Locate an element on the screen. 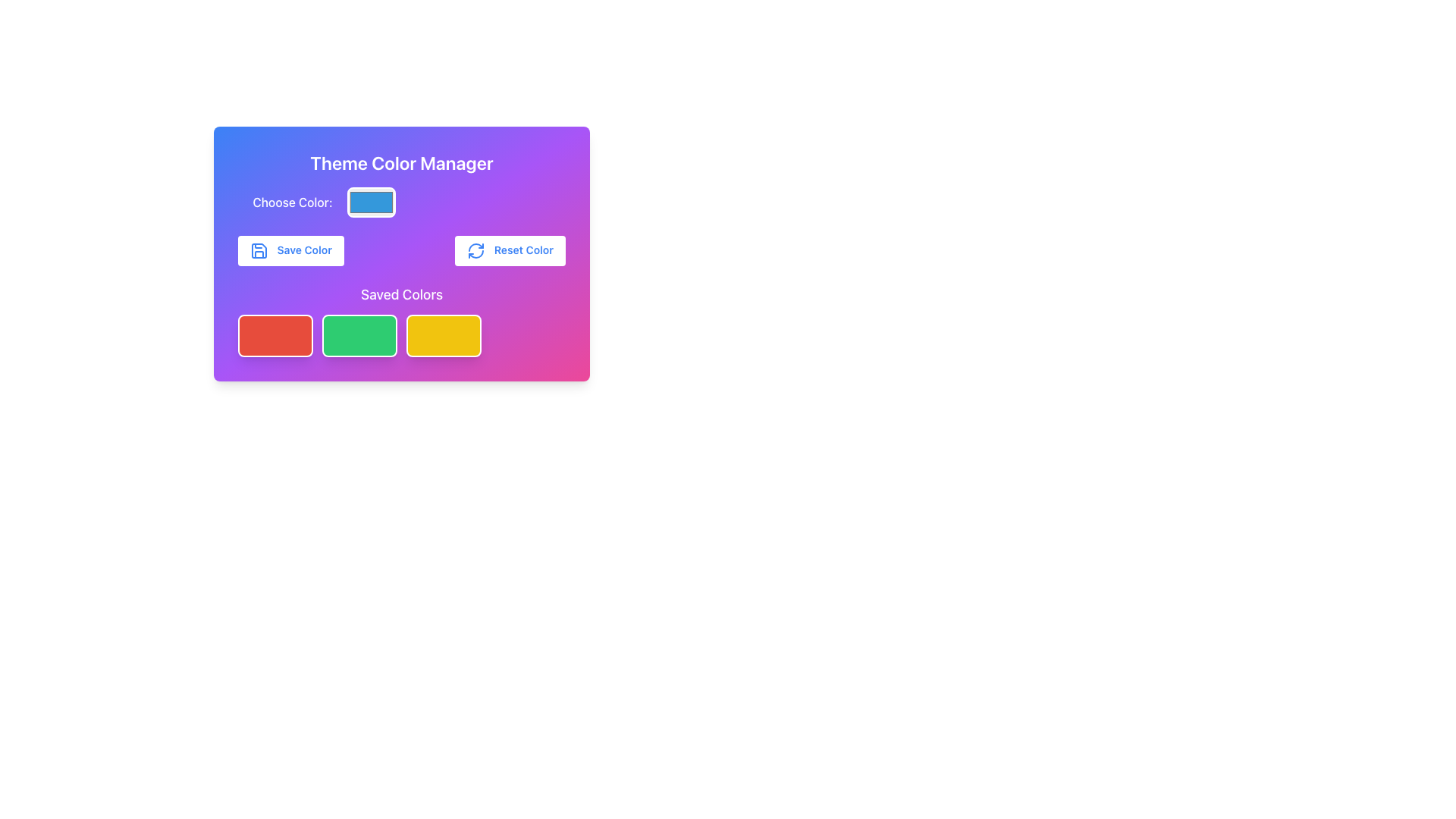 This screenshot has width=1456, height=819. the 'Reset Color' button, which has a white background and blue text is located at coordinates (510, 250).